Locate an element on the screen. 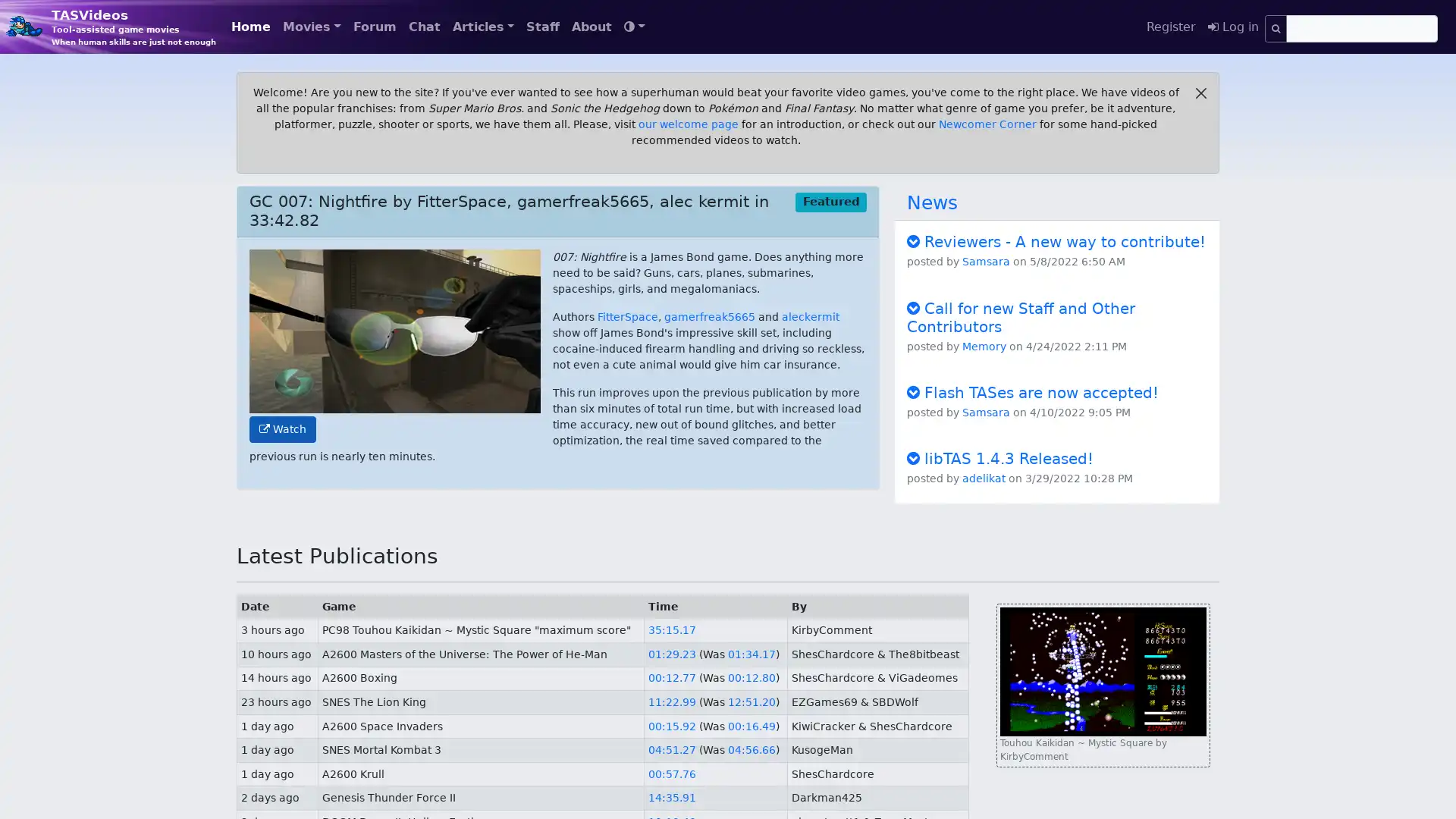  close is located at coordinates (1200, 93).